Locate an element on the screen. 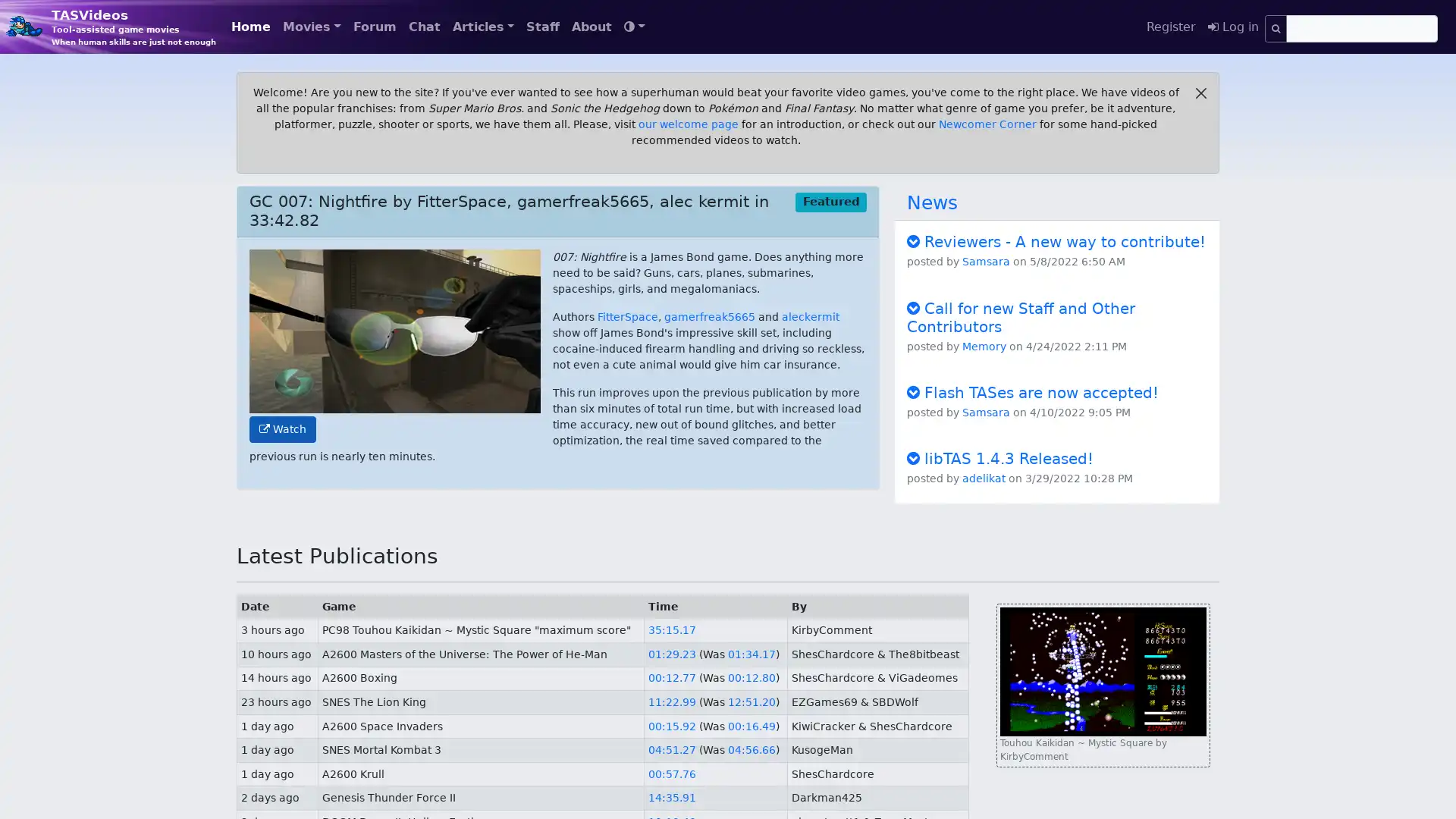  close is located at coordinates (1200, 93).